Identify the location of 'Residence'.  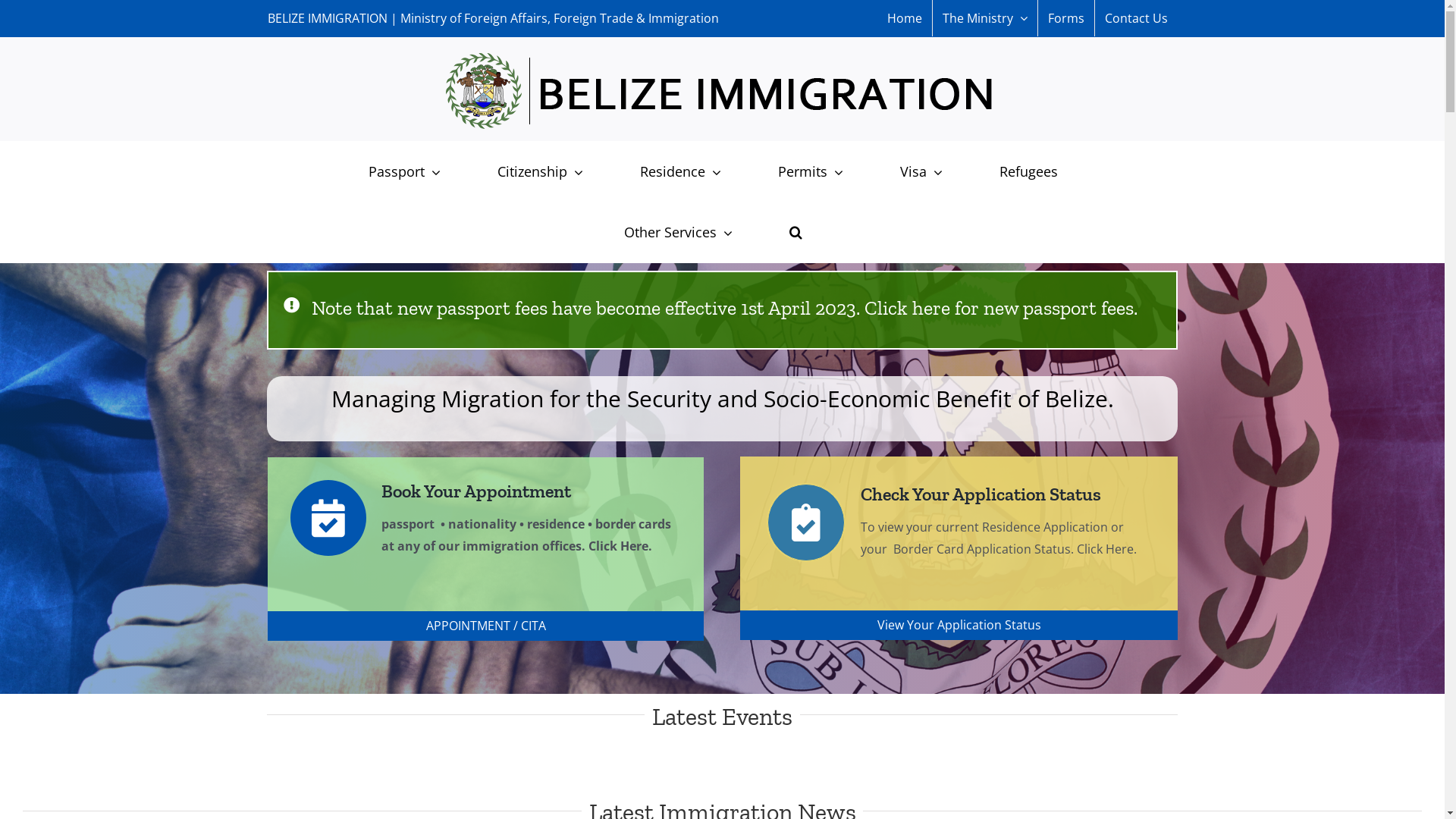
(679, 171).